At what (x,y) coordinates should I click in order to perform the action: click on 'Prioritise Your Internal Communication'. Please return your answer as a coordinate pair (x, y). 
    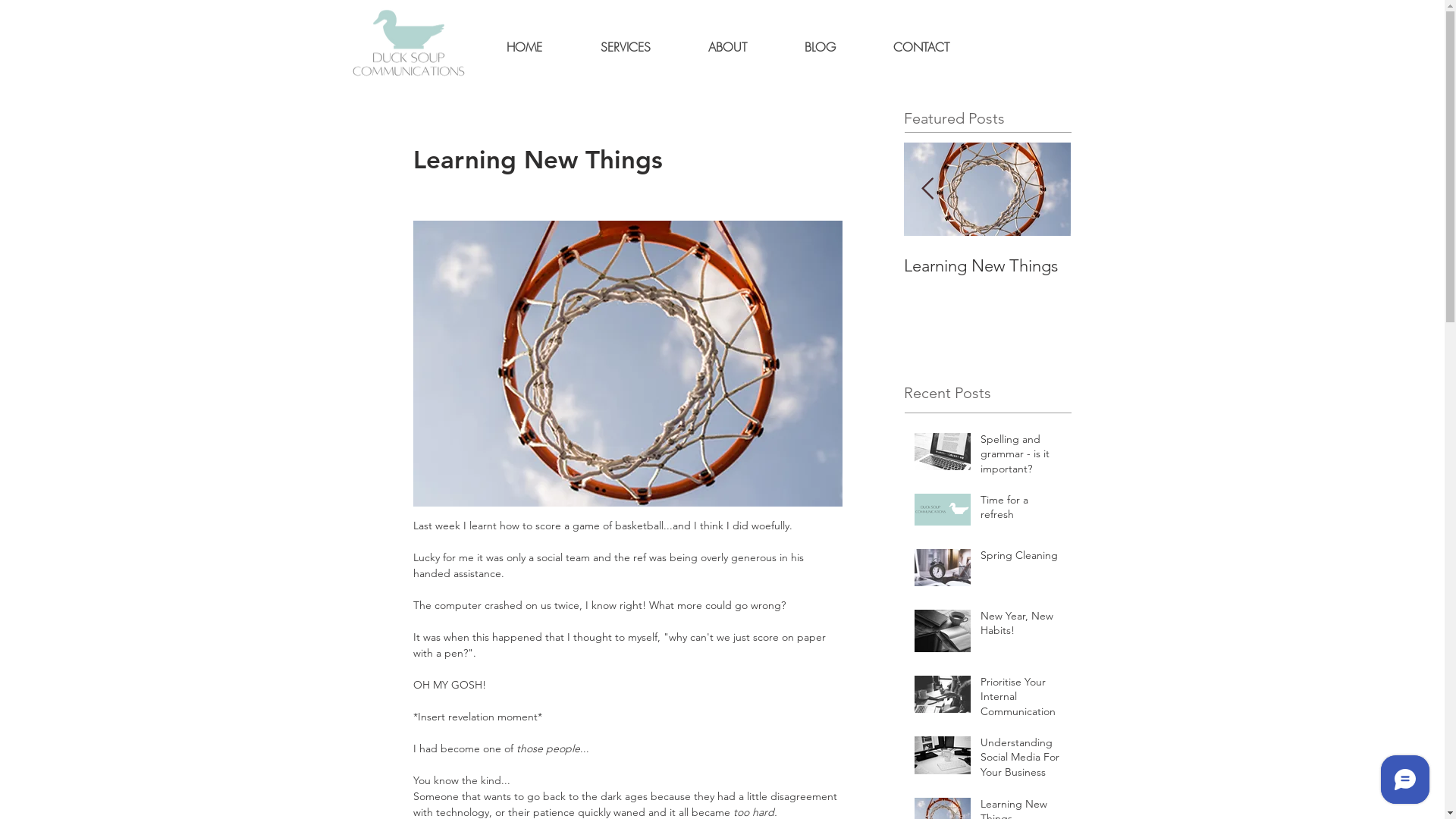
    Looking at the image, I should click on (654, 275).